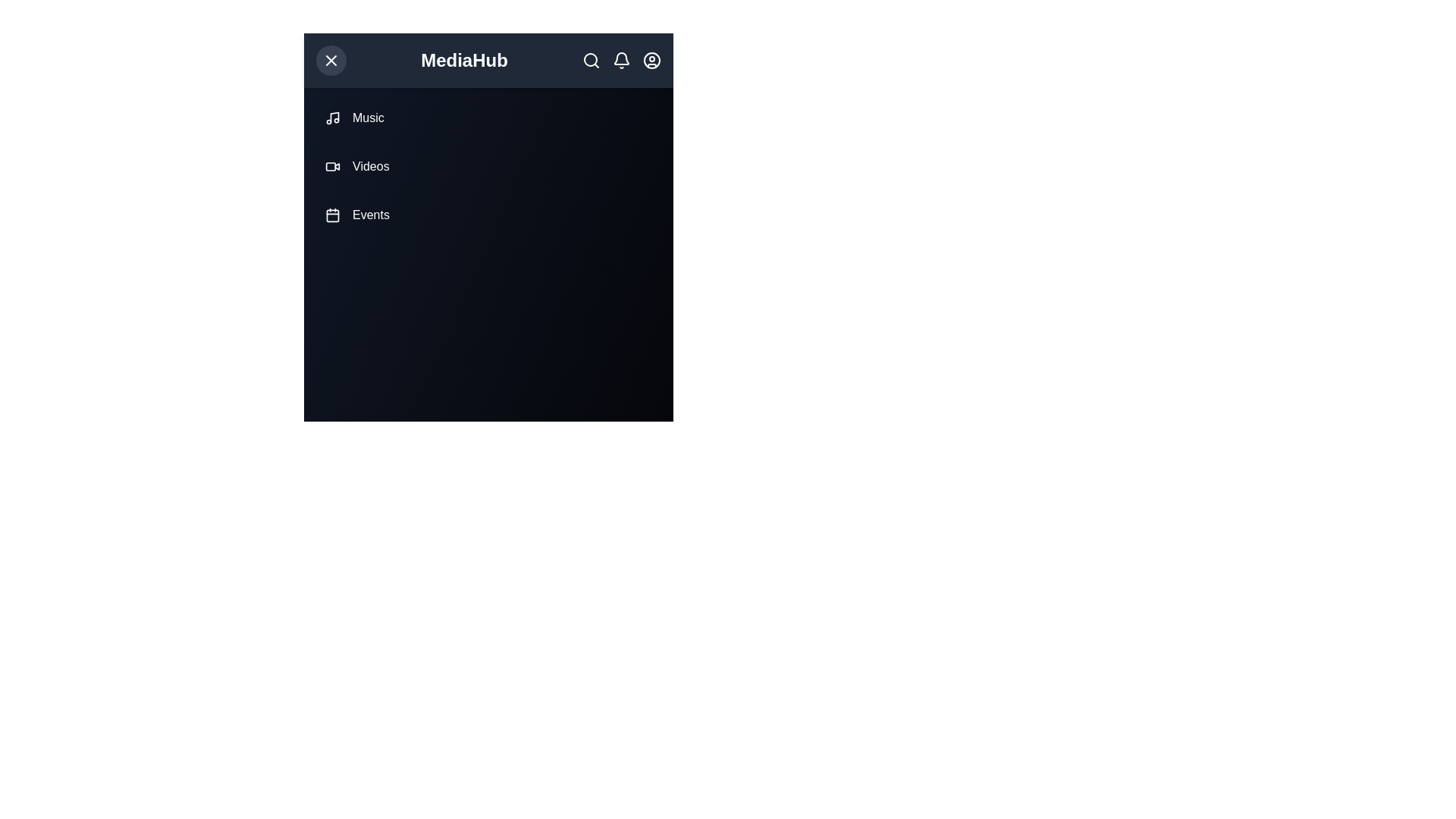 Image resolution: width=1456 pixels, height=819 pixels. I want to click on the navigation item Videos, so click(488, 166).